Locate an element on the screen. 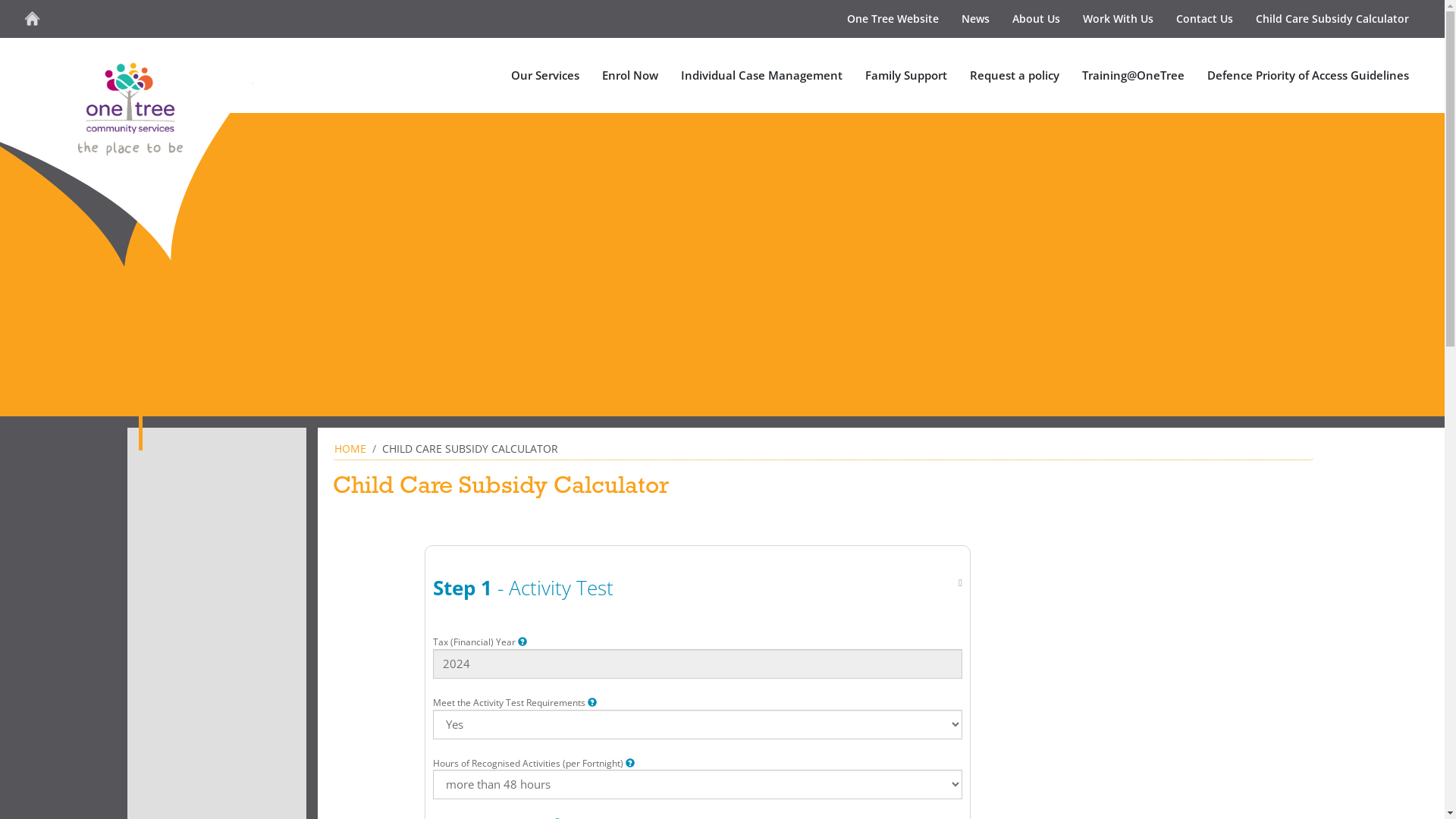 Image resolution: width=1456 pixels, height=819 pixels. 'About Us' is located at coordinates (1001, 18).